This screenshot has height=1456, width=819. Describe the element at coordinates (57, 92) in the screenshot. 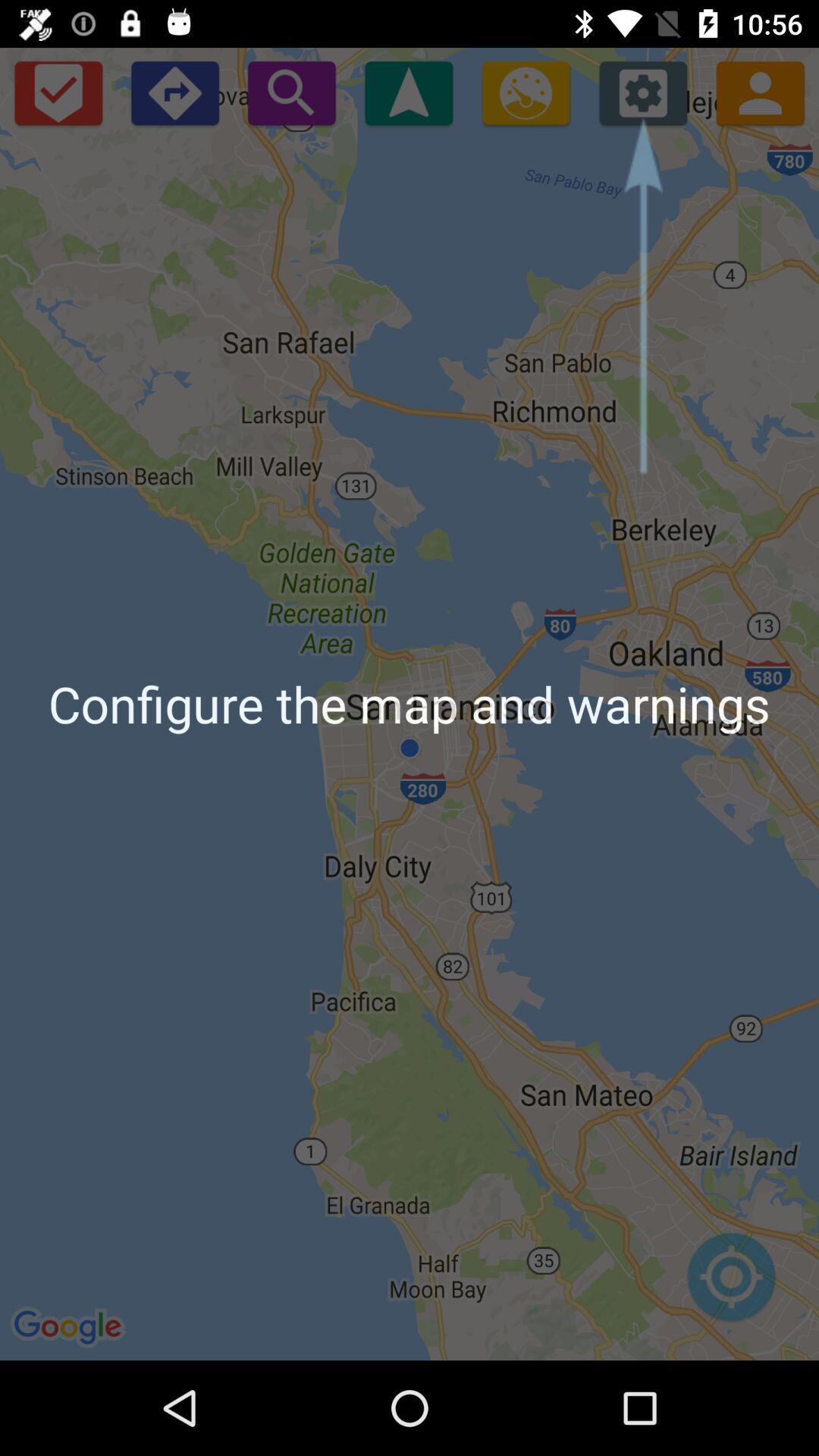

I see `icon above the configure the map item` at that location.